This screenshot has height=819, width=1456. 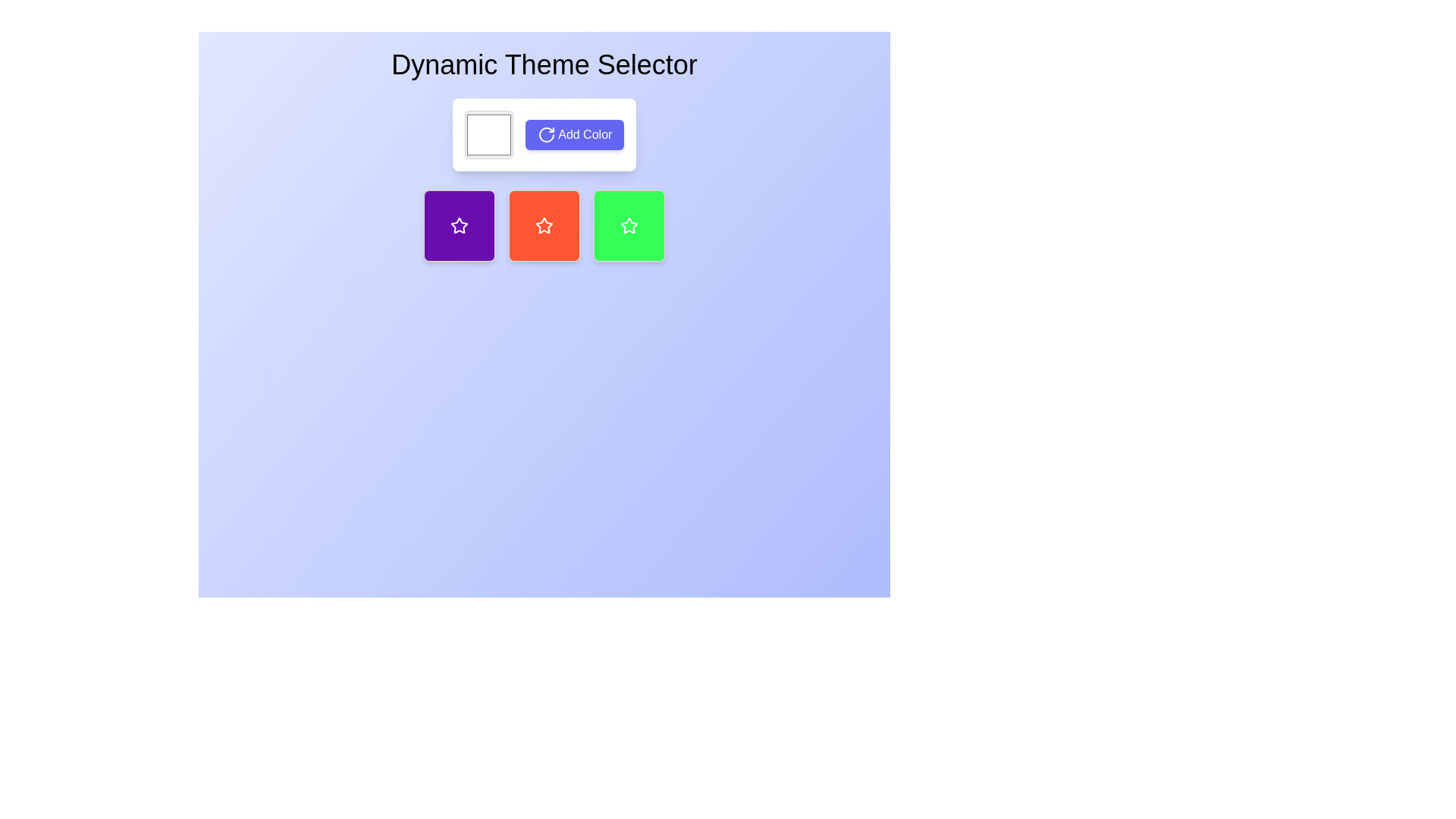 What do you see at coordinates (458, 225) in the screenshot?
I see `the leftmost star icon, which signifies selection or highlighting` at bounding box center [458, 225].